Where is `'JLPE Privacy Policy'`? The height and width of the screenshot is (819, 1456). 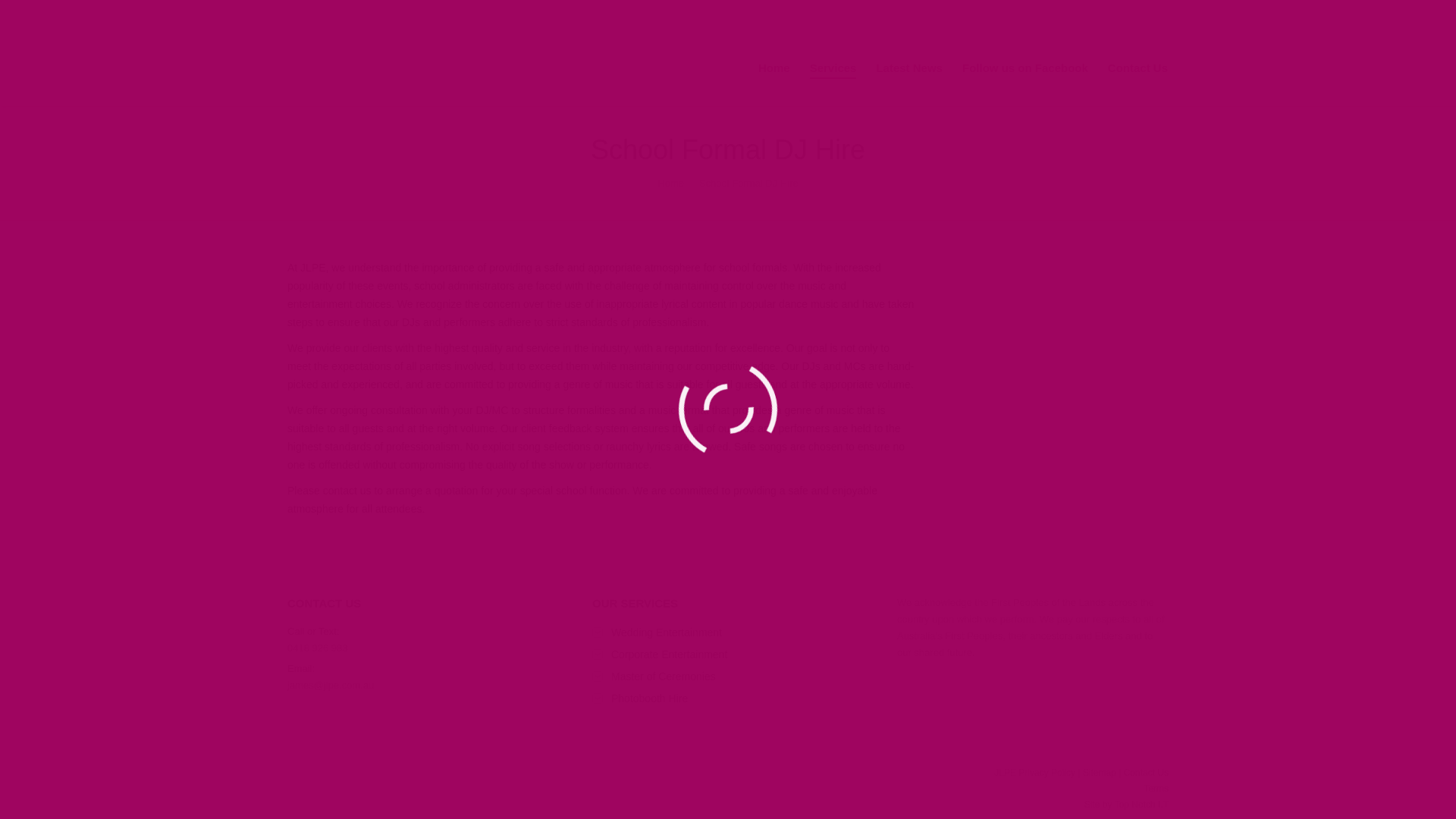 'JLPE Privacy Policy' is located at coordinates (993, 772).